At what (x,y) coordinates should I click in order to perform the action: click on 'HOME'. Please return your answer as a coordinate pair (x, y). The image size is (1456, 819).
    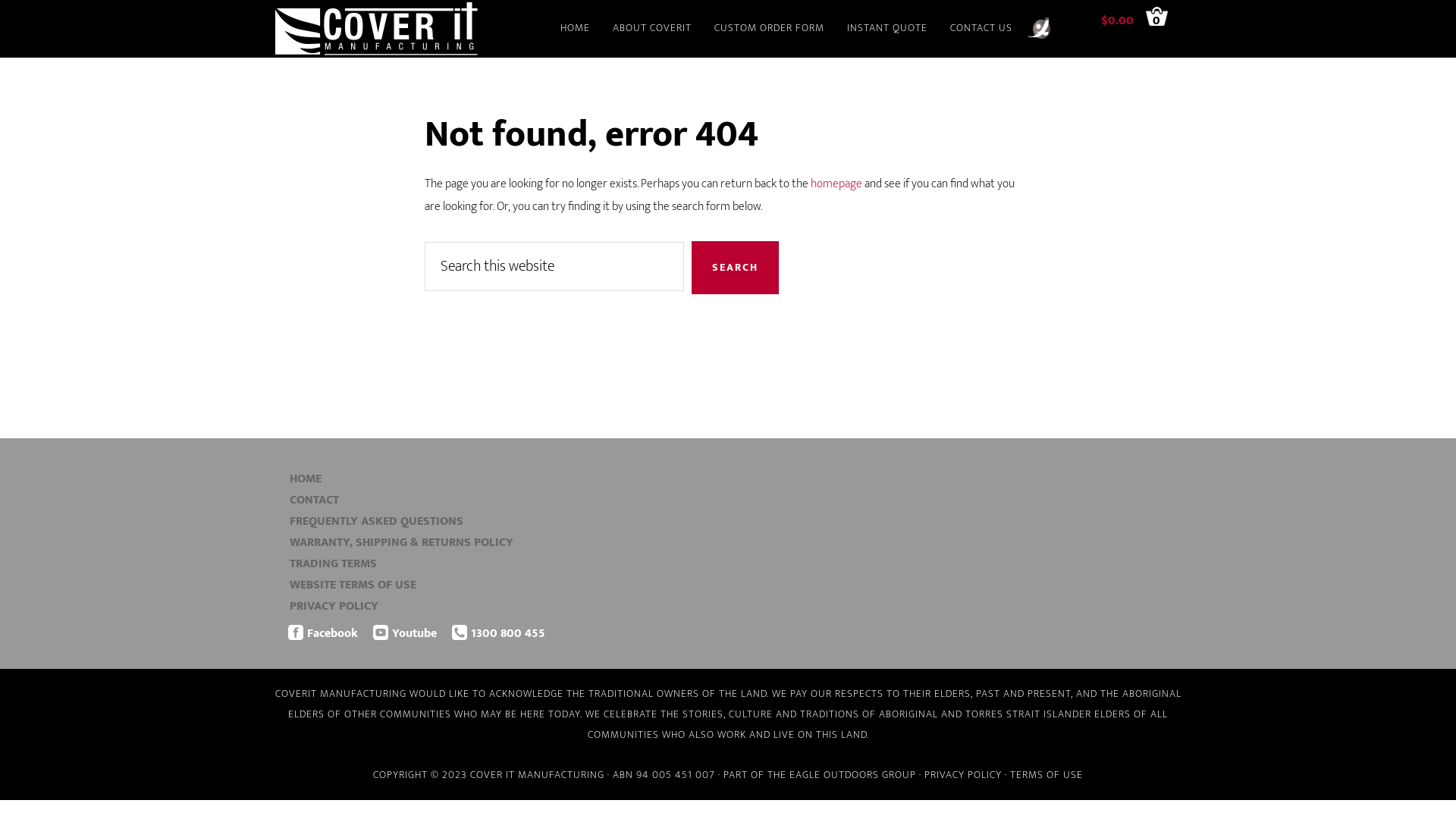
    Looking at the image, I should click on (574, 29).